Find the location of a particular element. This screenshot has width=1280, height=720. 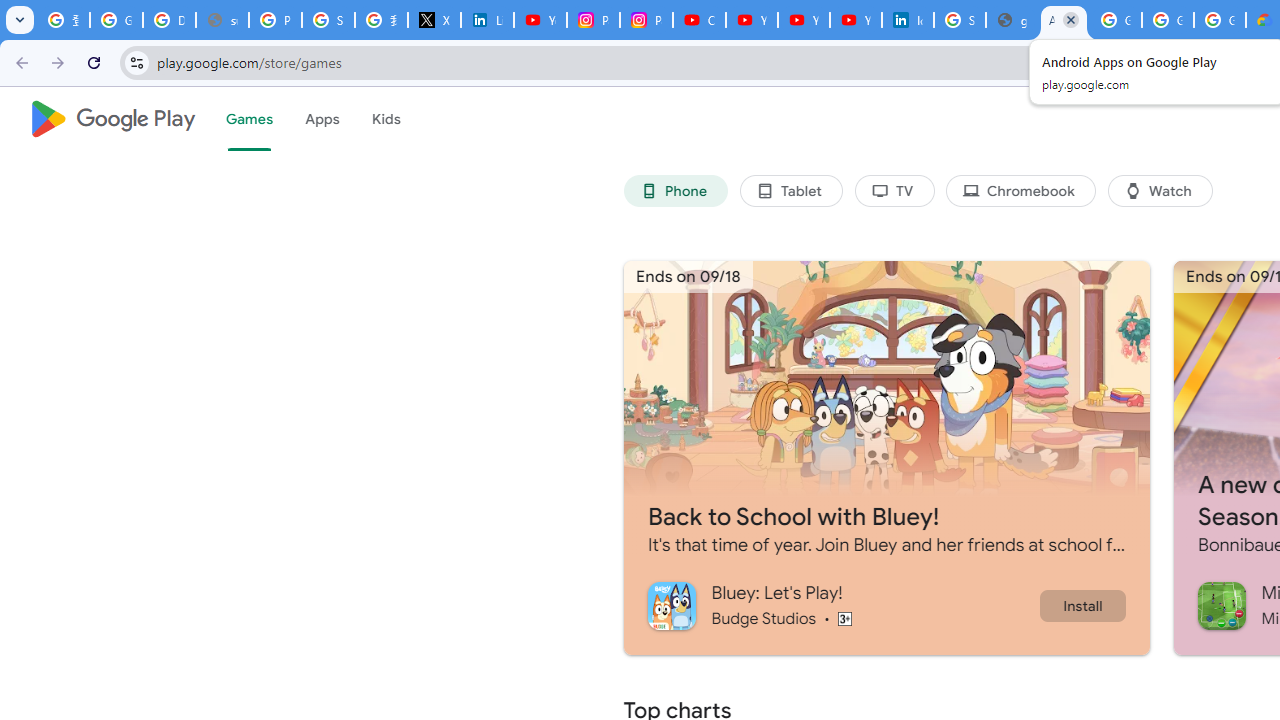

'Watch' is located at coordinates (1160, 191).